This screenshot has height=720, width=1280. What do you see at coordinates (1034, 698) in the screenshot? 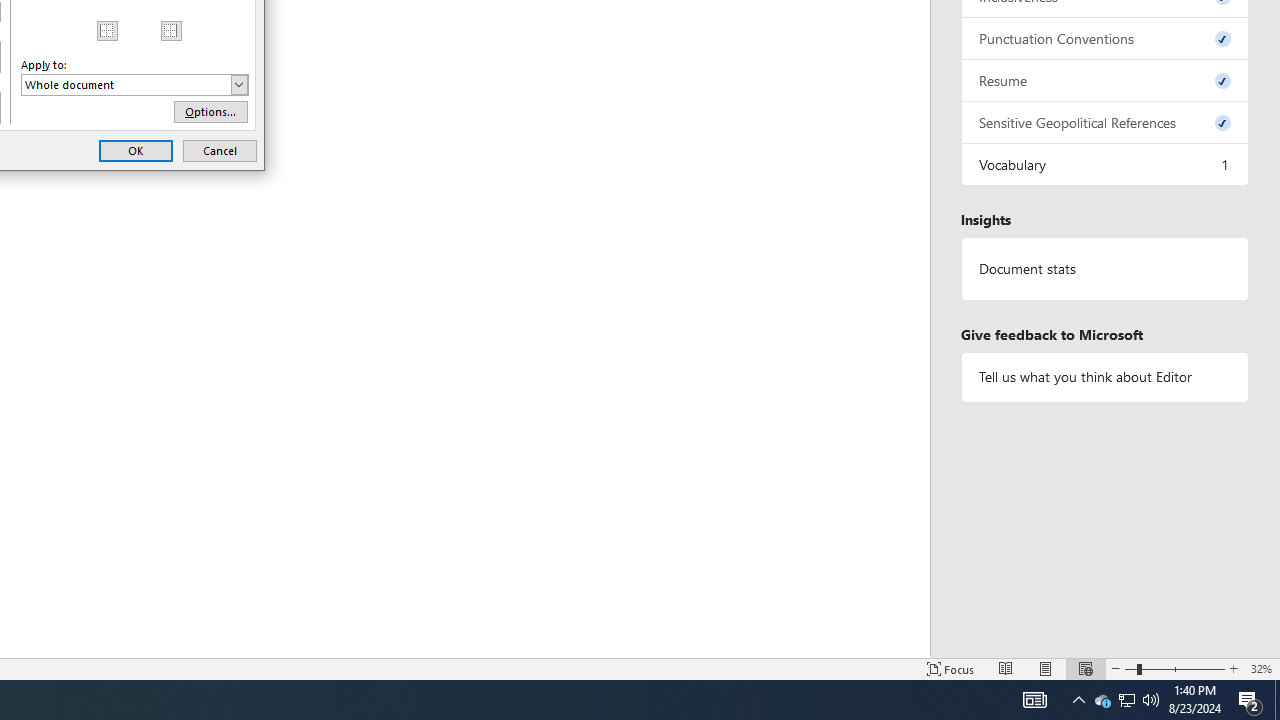
I see `'AutomationID: 4105'` at bounding box center [1034, 698].